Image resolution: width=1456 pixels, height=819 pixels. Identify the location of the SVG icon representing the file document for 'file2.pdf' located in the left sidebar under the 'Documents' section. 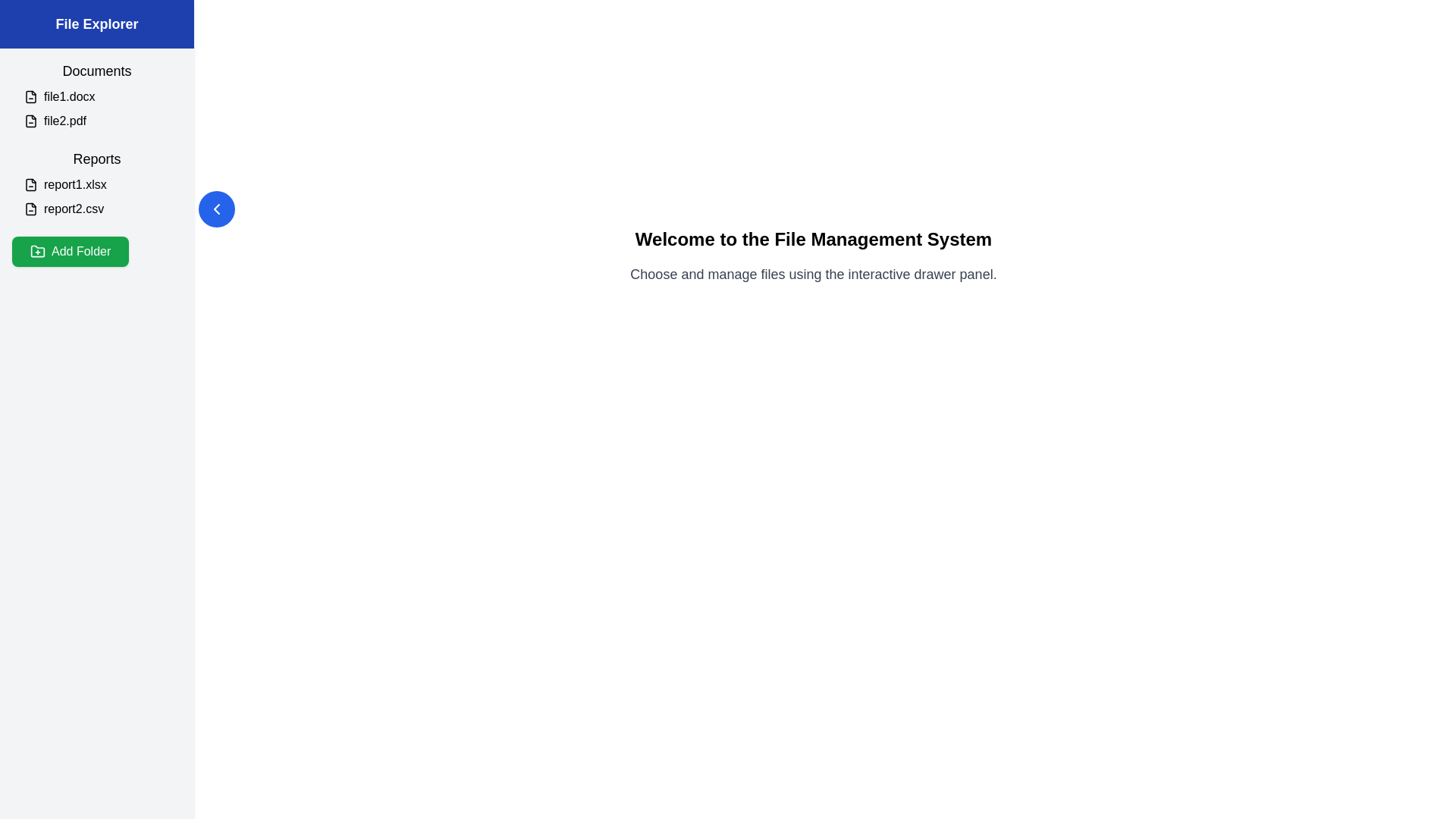
(31, 120).